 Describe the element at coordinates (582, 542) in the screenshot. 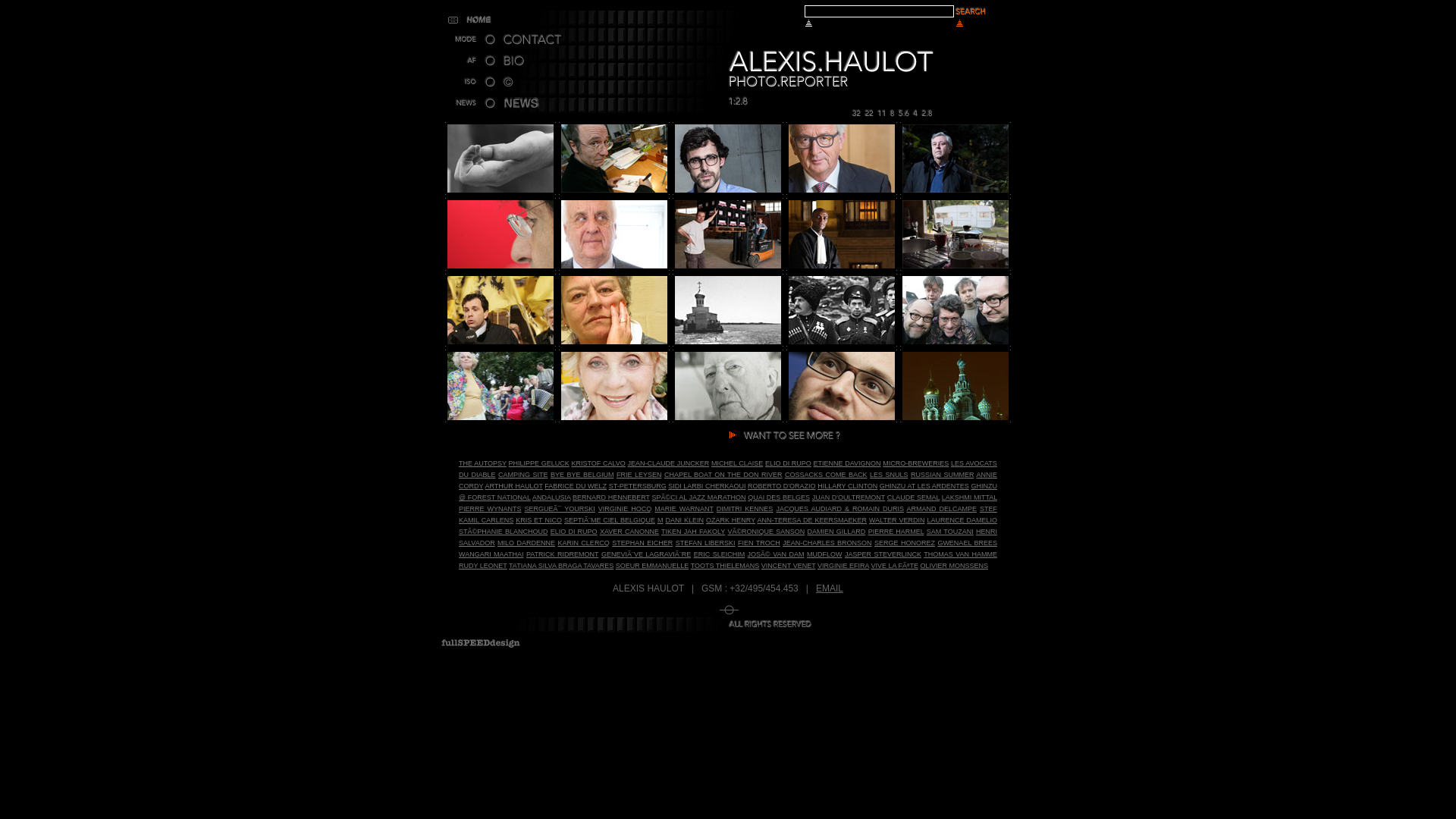

I see `'KARIN CLERCQ'` at that location.